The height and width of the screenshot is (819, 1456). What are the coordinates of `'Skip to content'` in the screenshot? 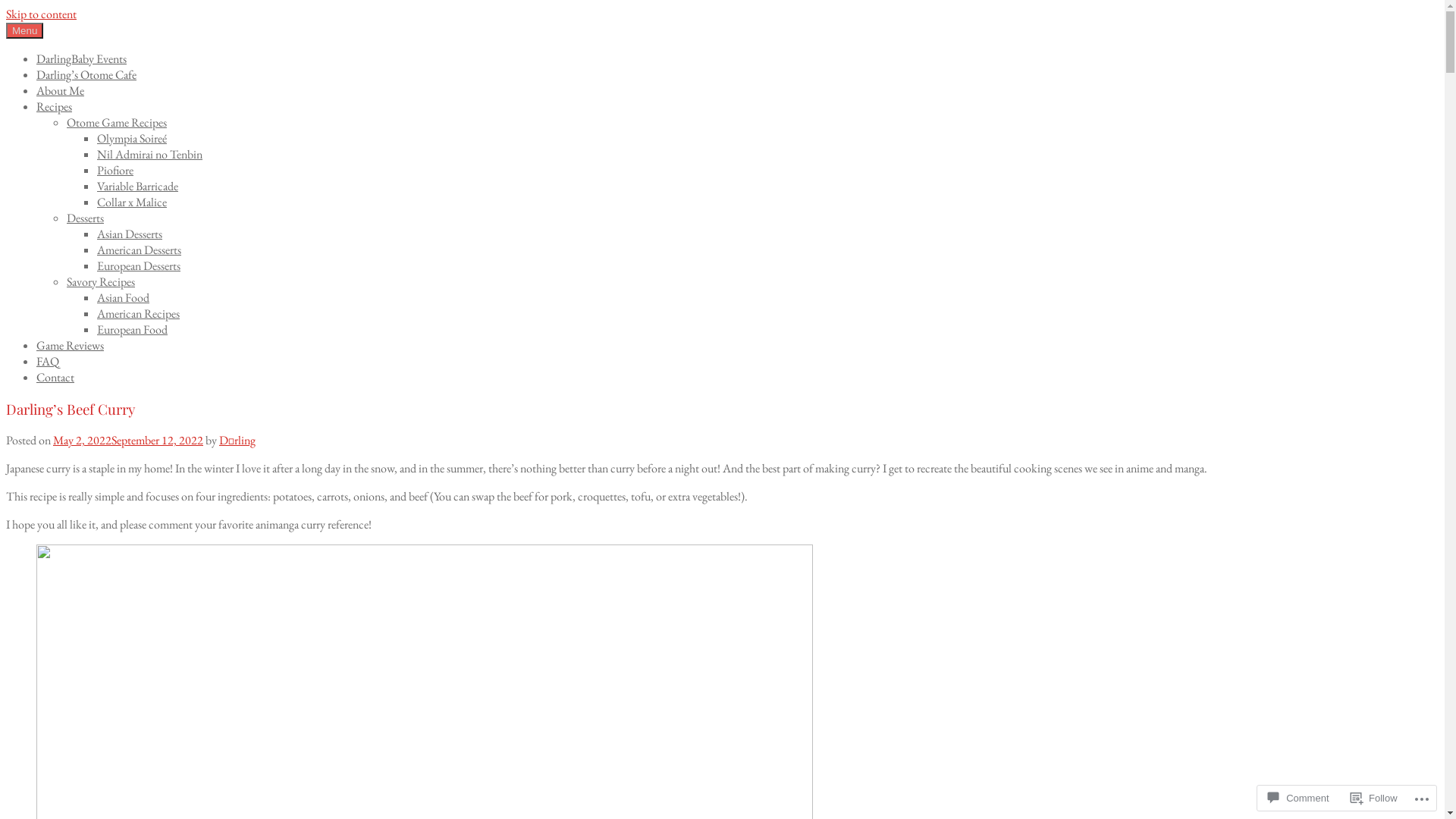 It's located at (41, 14).